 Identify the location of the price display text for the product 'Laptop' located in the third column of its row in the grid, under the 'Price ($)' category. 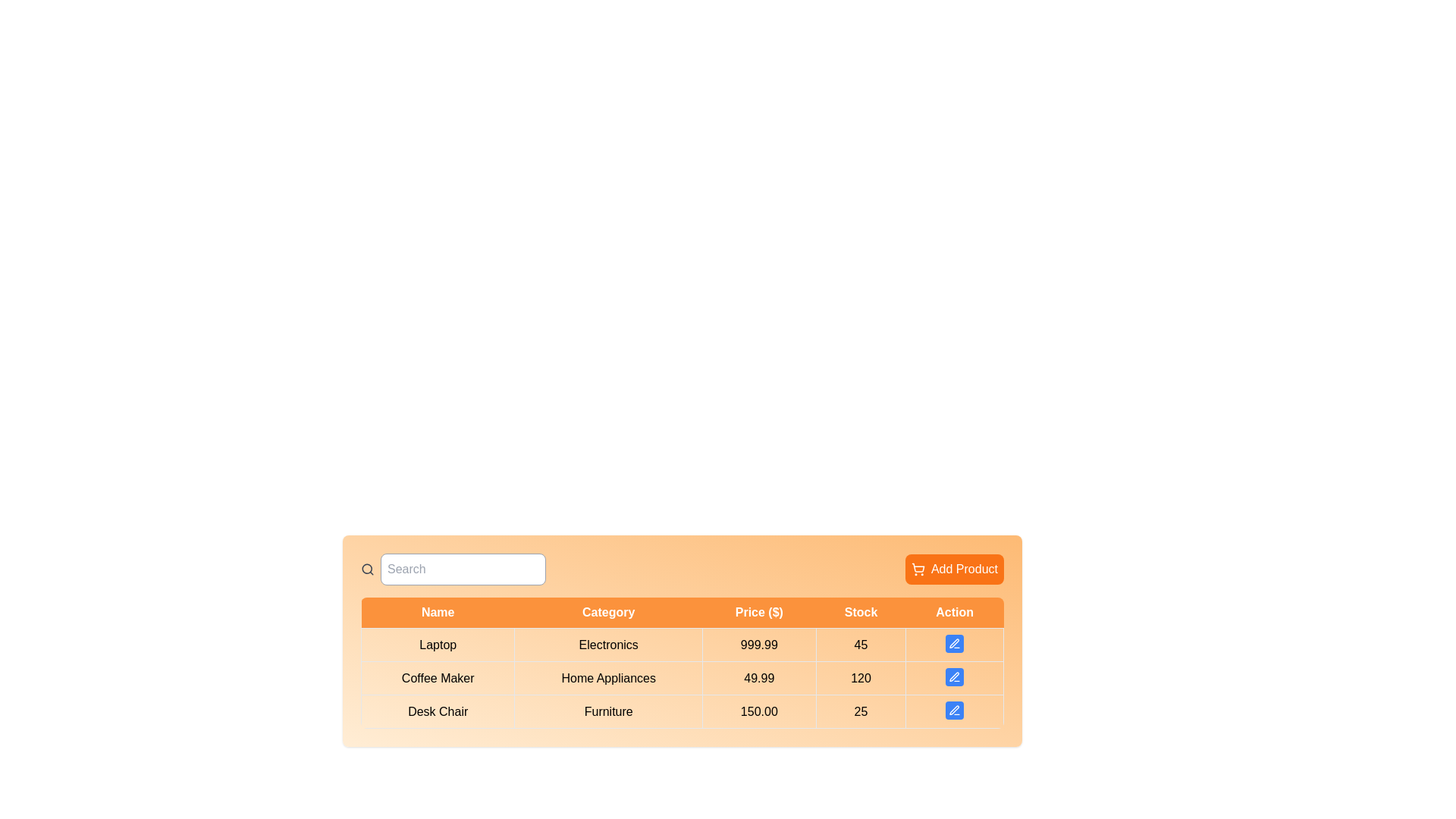
(759, 645).